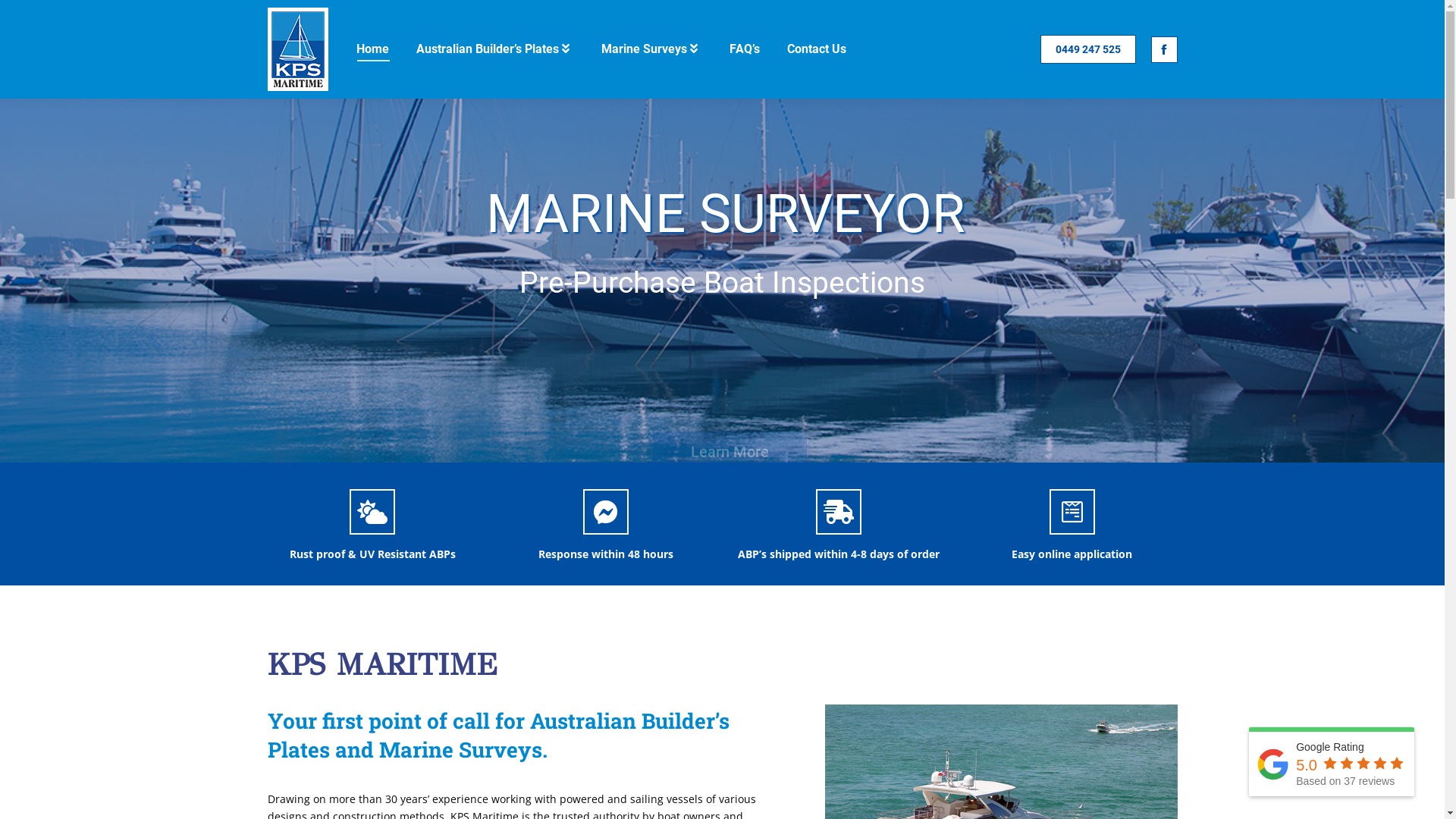 The image size is (1456, 819). I want to click on '0449 247 525', so click(1087, 49).